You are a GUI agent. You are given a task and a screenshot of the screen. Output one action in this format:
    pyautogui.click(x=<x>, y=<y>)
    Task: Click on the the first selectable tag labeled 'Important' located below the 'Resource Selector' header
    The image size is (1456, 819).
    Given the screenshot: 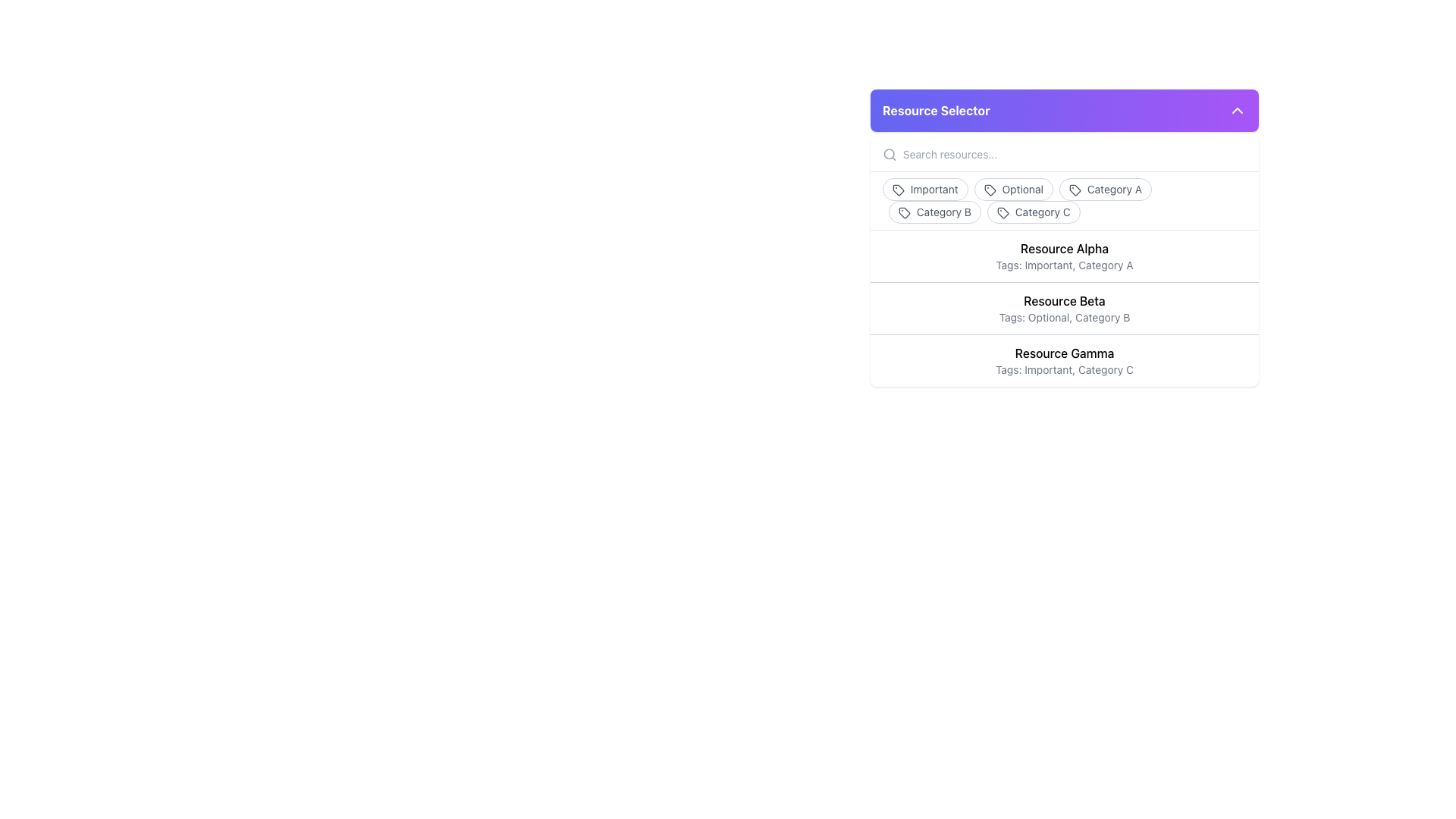 What is the action you would take?
    pyautogui.click(x=924, y=189)
    